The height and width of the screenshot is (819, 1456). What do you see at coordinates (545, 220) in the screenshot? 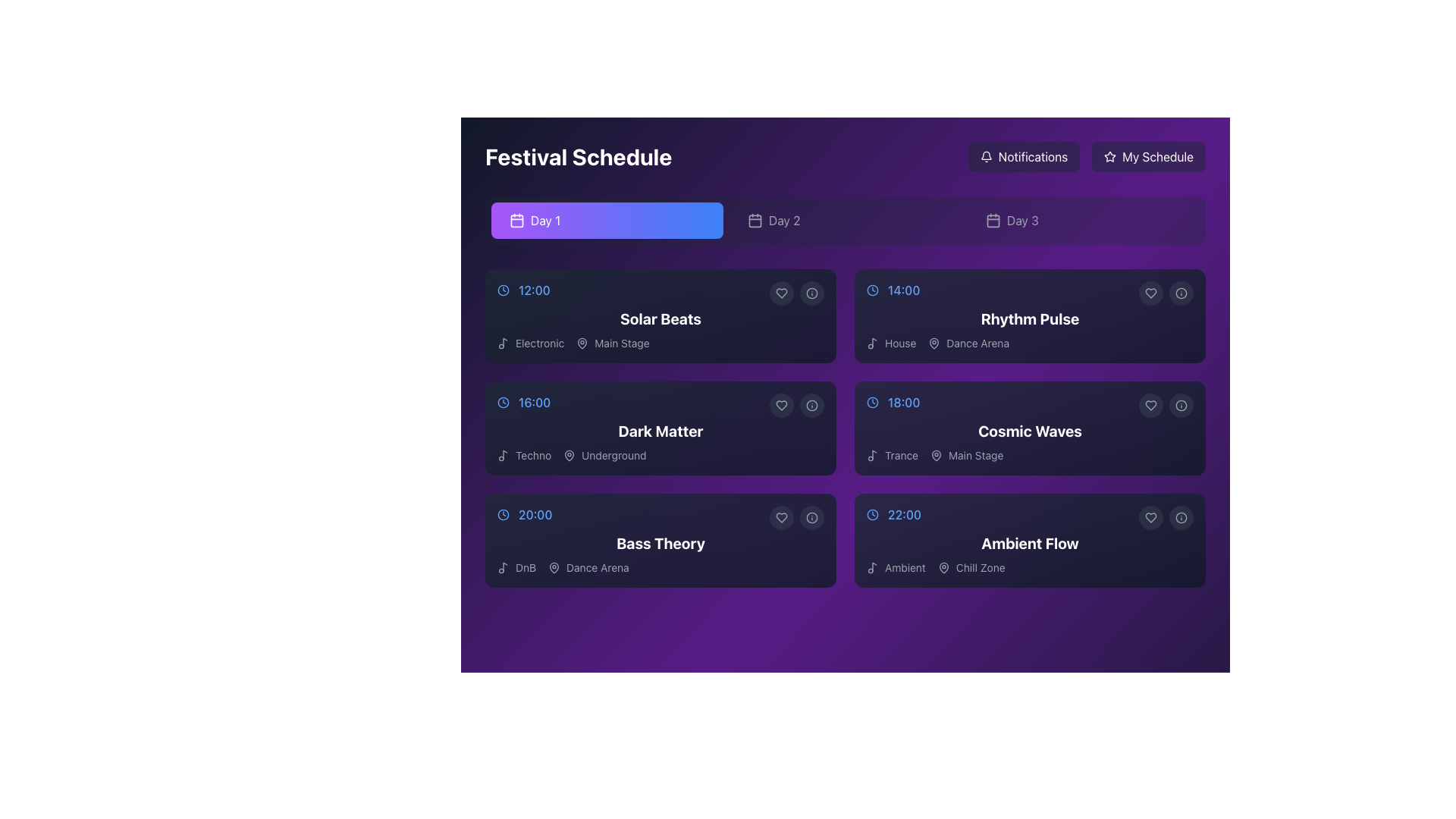
I see `the 'Day 1' text label within the button in the 'Festival Schedule' interface` at bounding box center [545, 220].